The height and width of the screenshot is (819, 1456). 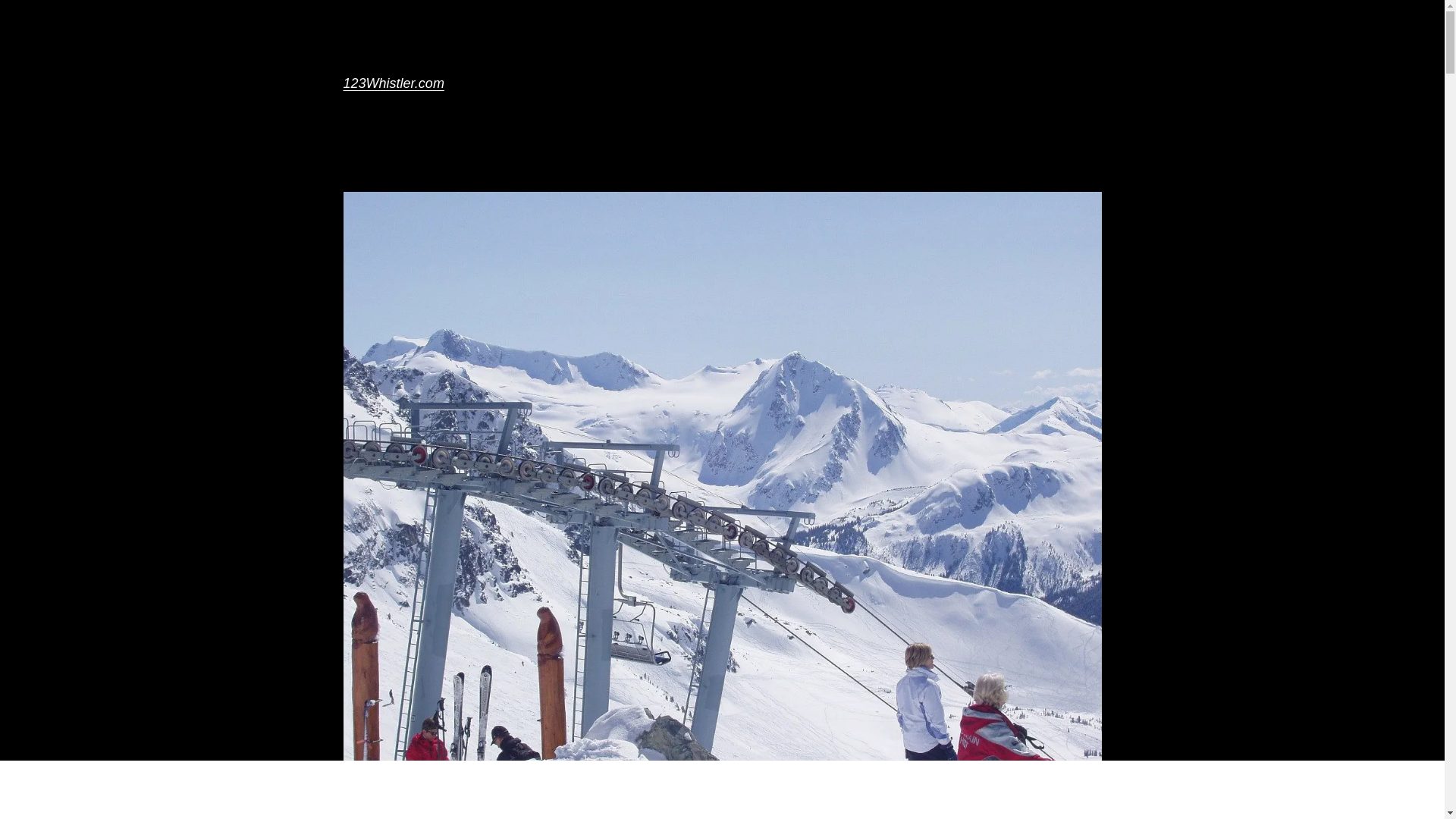 What do you see at coordinates (393, 83) in the screenshot?
I see `'123Whistler.com'` at bounding box center [393, 83].